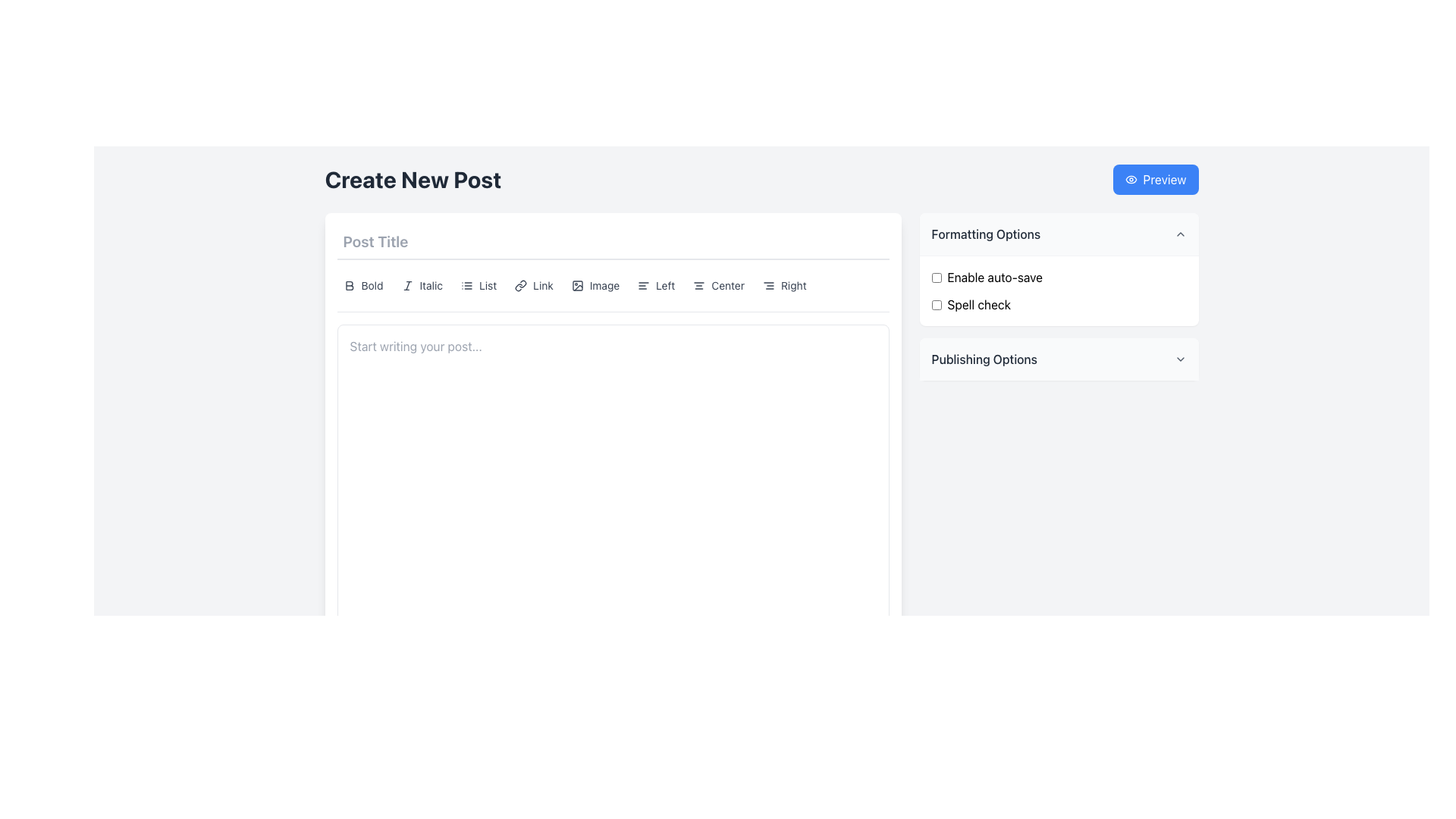 This screenshot has height=819, width=1456. Describe the element at coordinates (935, 278) in the screenshot. I see `the checkbox input that enables or disables the auto-save feature, located to the left of the 'Enable auto-save' label in the 'Formatting Options' section` at that location.